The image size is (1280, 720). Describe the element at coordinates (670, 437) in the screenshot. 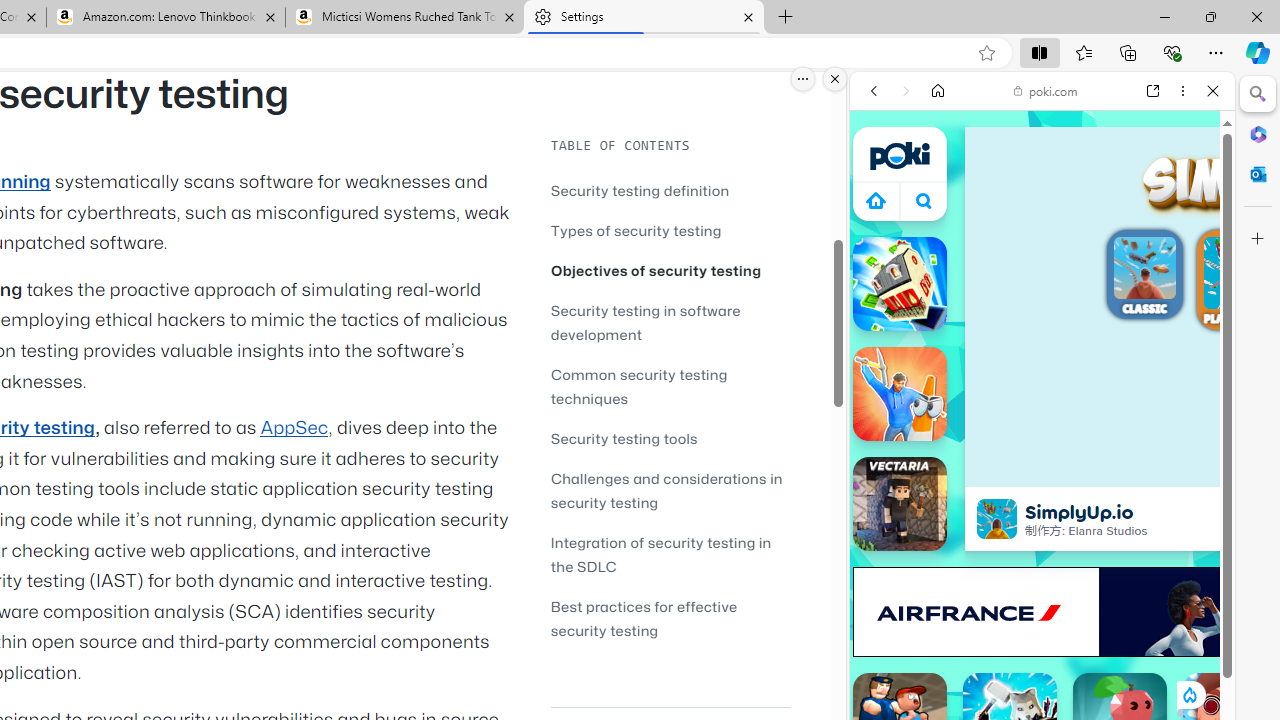

I see `'Security testing tools'` at that location.